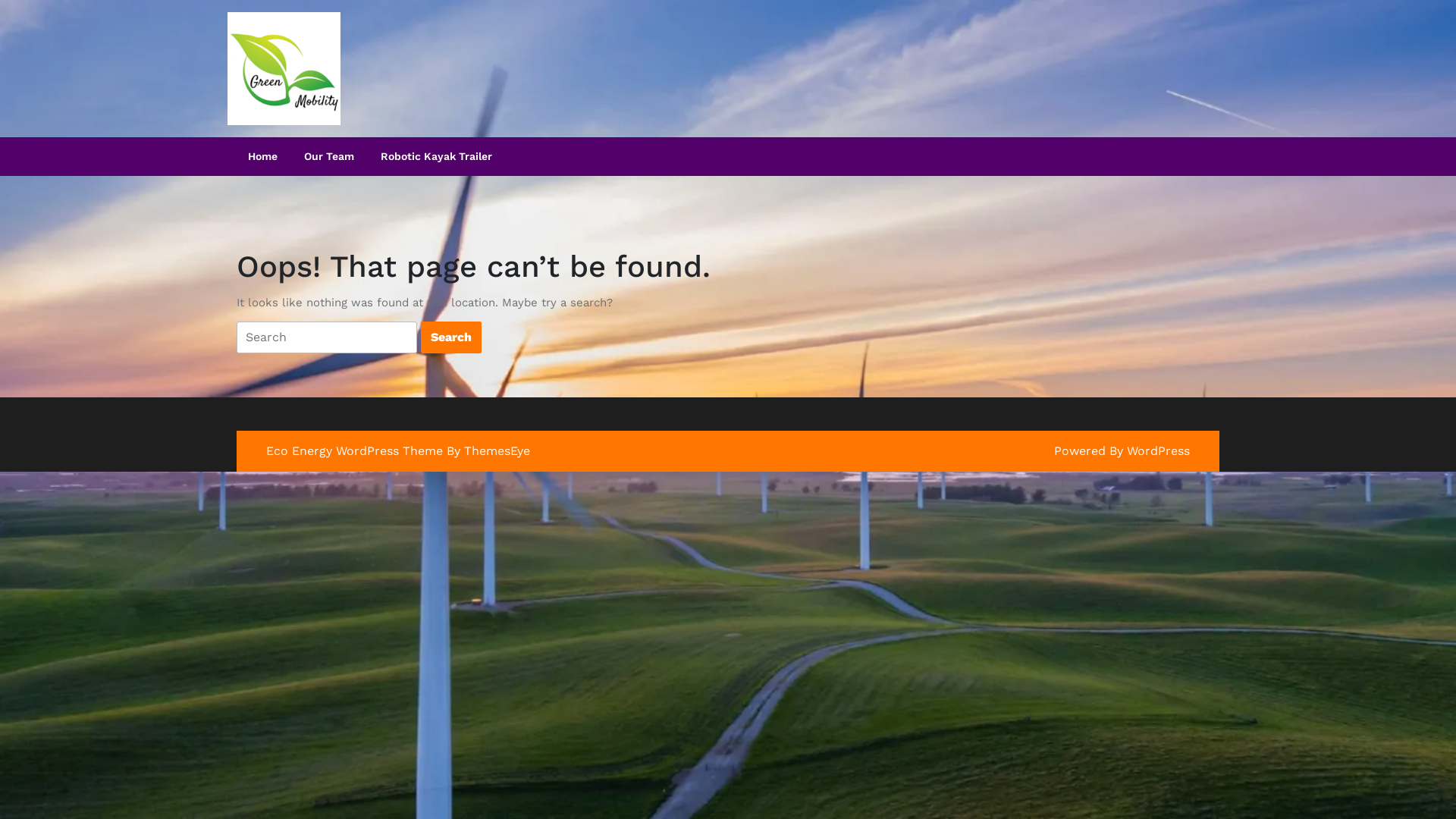  What do you see at coordinates (450, 336) in the screenshot?
I see `'Search'` at bounding box center [450, 336].